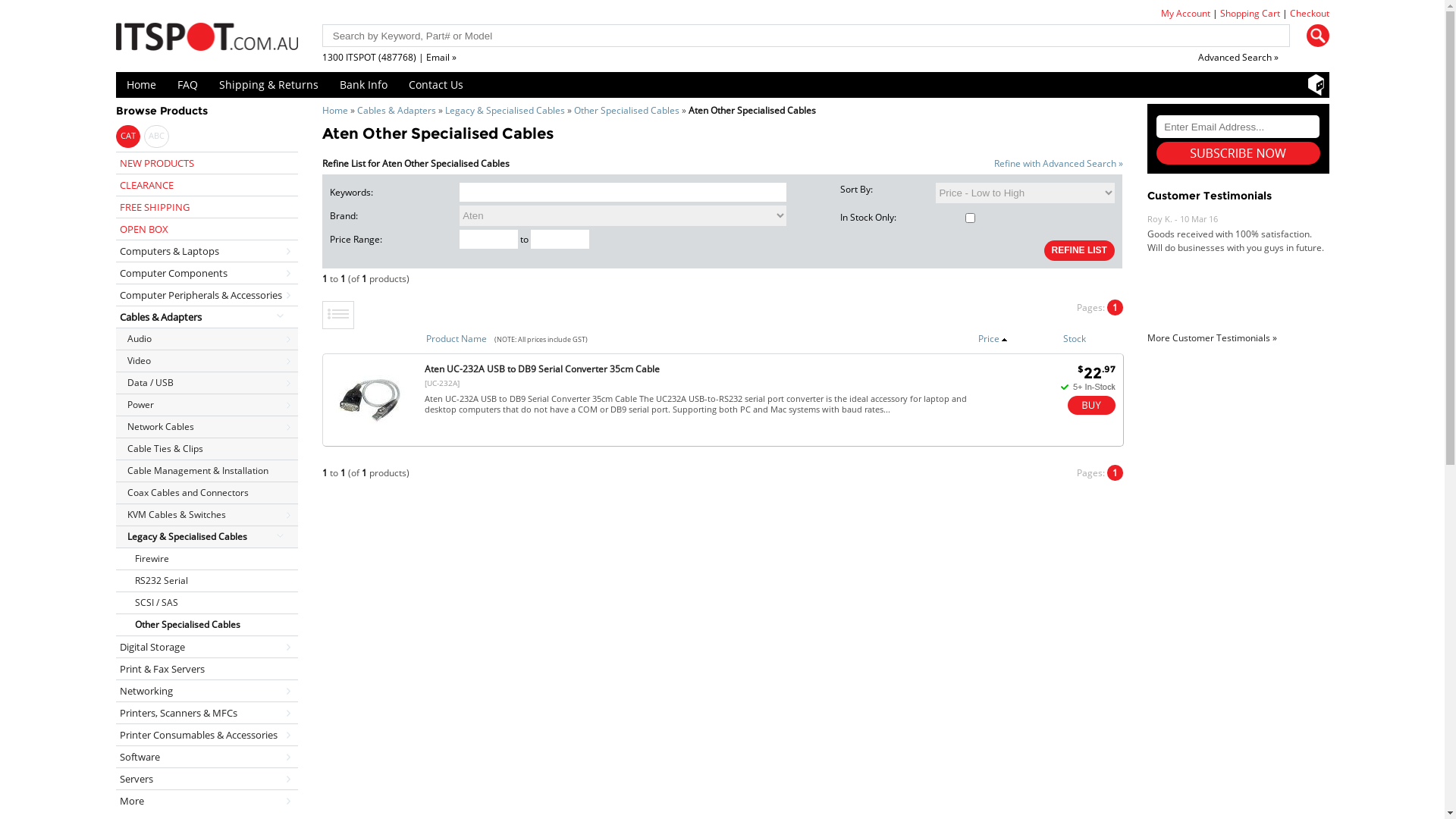 This screenshot has height=819, width=1456. Describe the element at coordinates (127, 136) in the screenshot. I see `'CAT'` at that location.